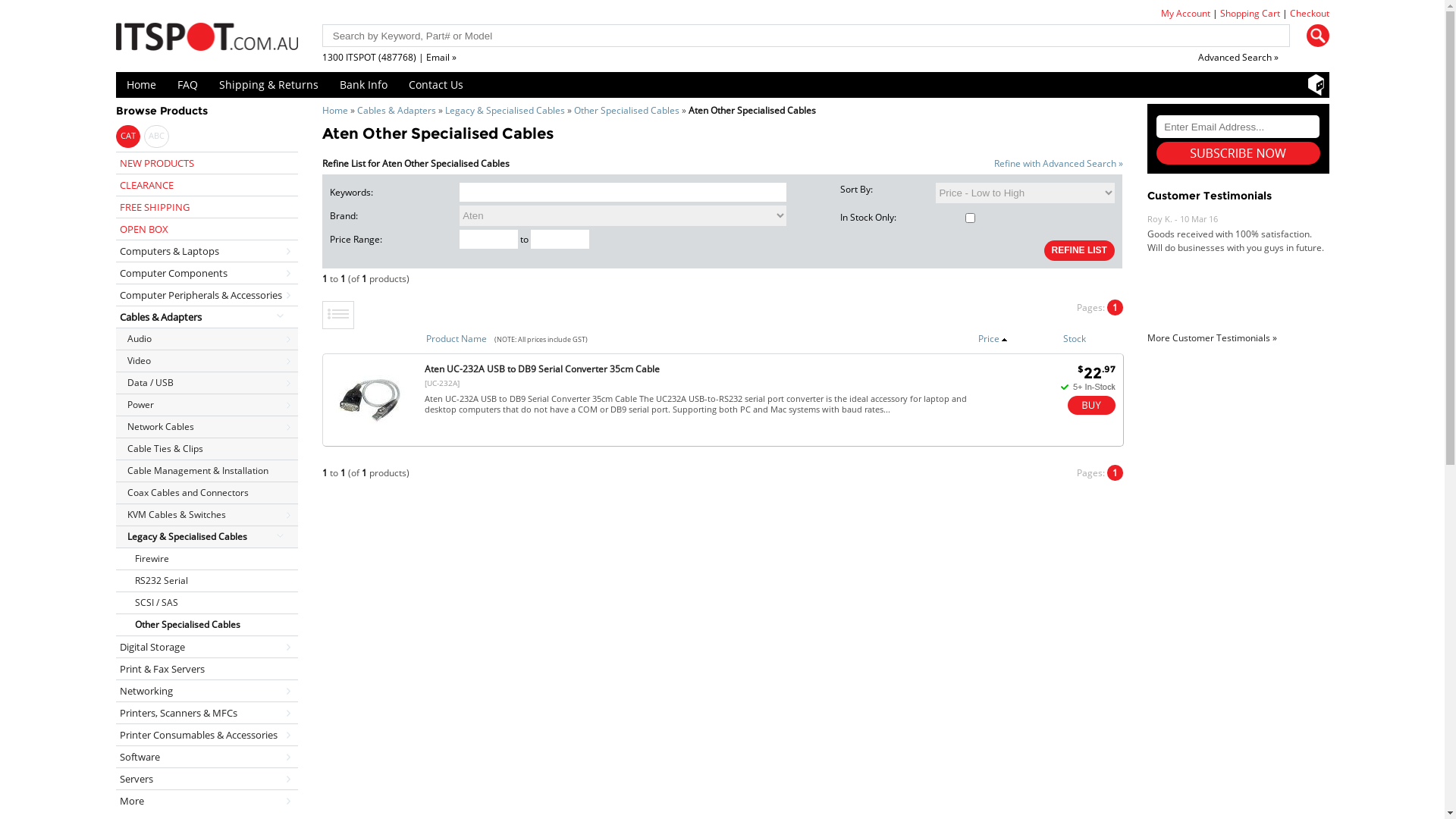 This screenshot has height=819, width=1456. Describe the element at coordinates (127, 136) in the screenshot. I see `'CAT'` at that location.